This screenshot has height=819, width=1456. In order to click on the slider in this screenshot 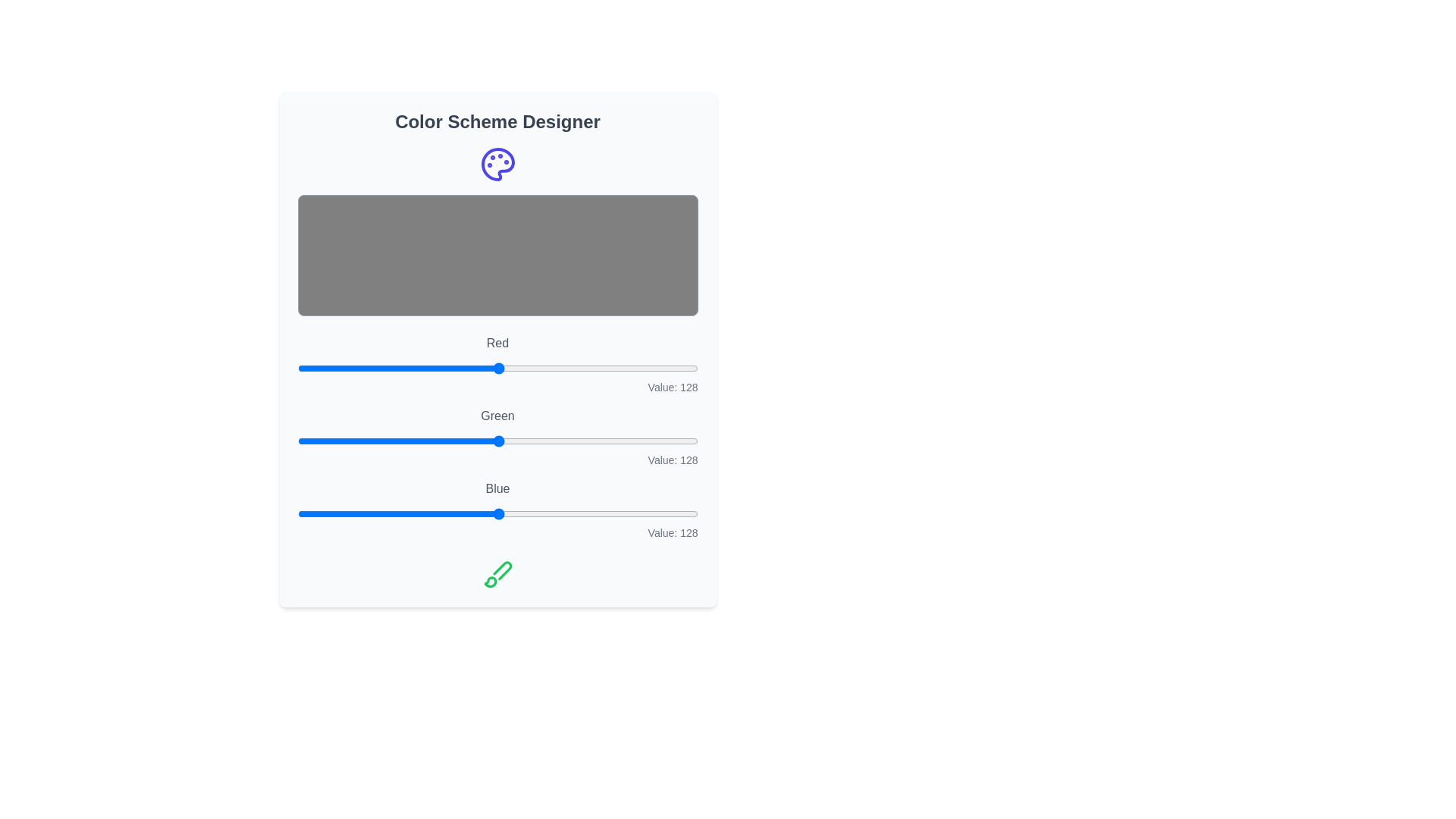, I will do `click(315, 441)`.